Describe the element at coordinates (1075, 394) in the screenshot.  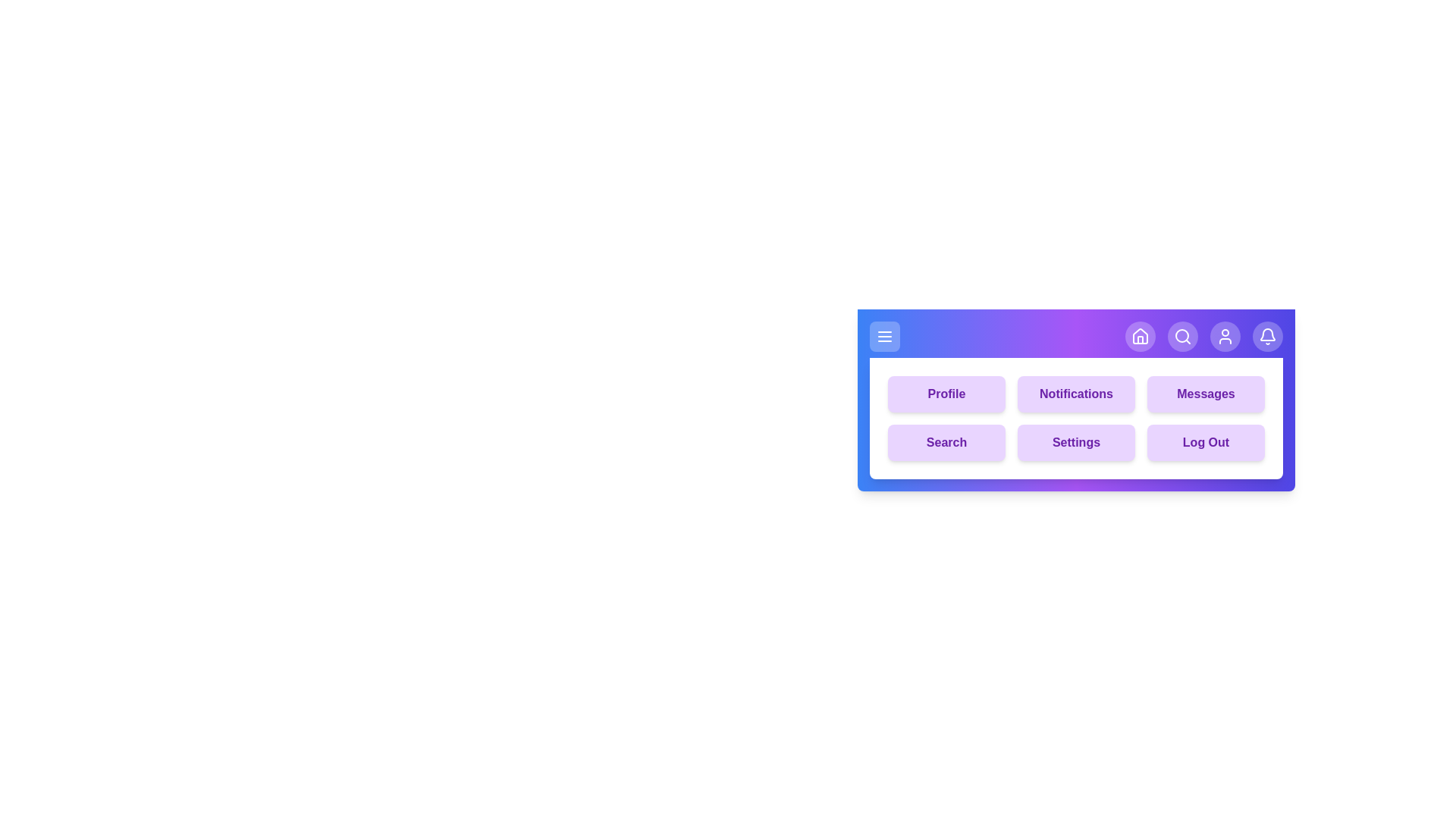
I see `the menu button labeled Notifications` at that location.